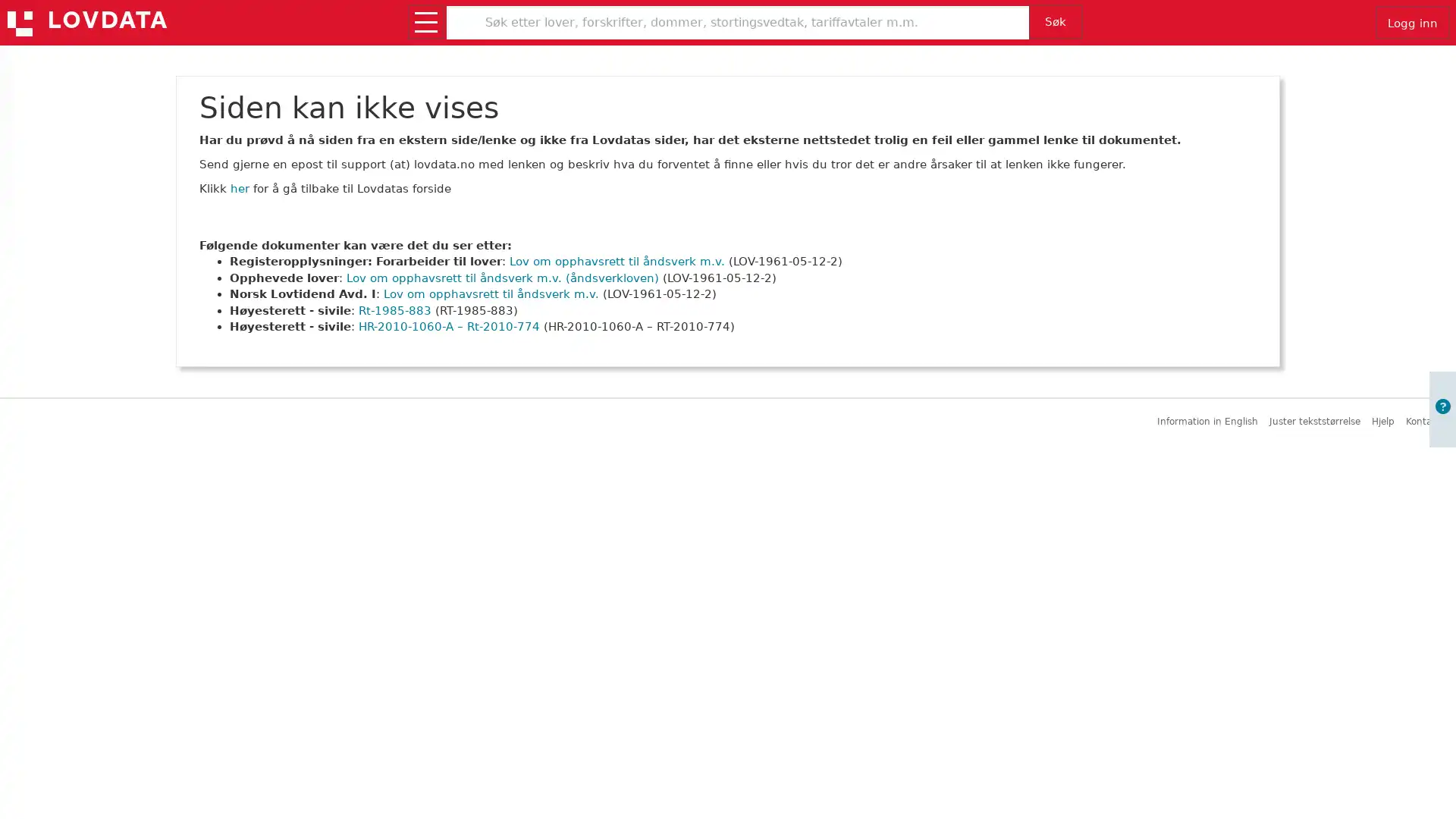 The width and height of the screenshot is (1456, 819). What do you see at coordinates (1441, 407) in the screenshot?
I see `Apne informasjon om brukerveiledning` at bounding box center [1441, 407].